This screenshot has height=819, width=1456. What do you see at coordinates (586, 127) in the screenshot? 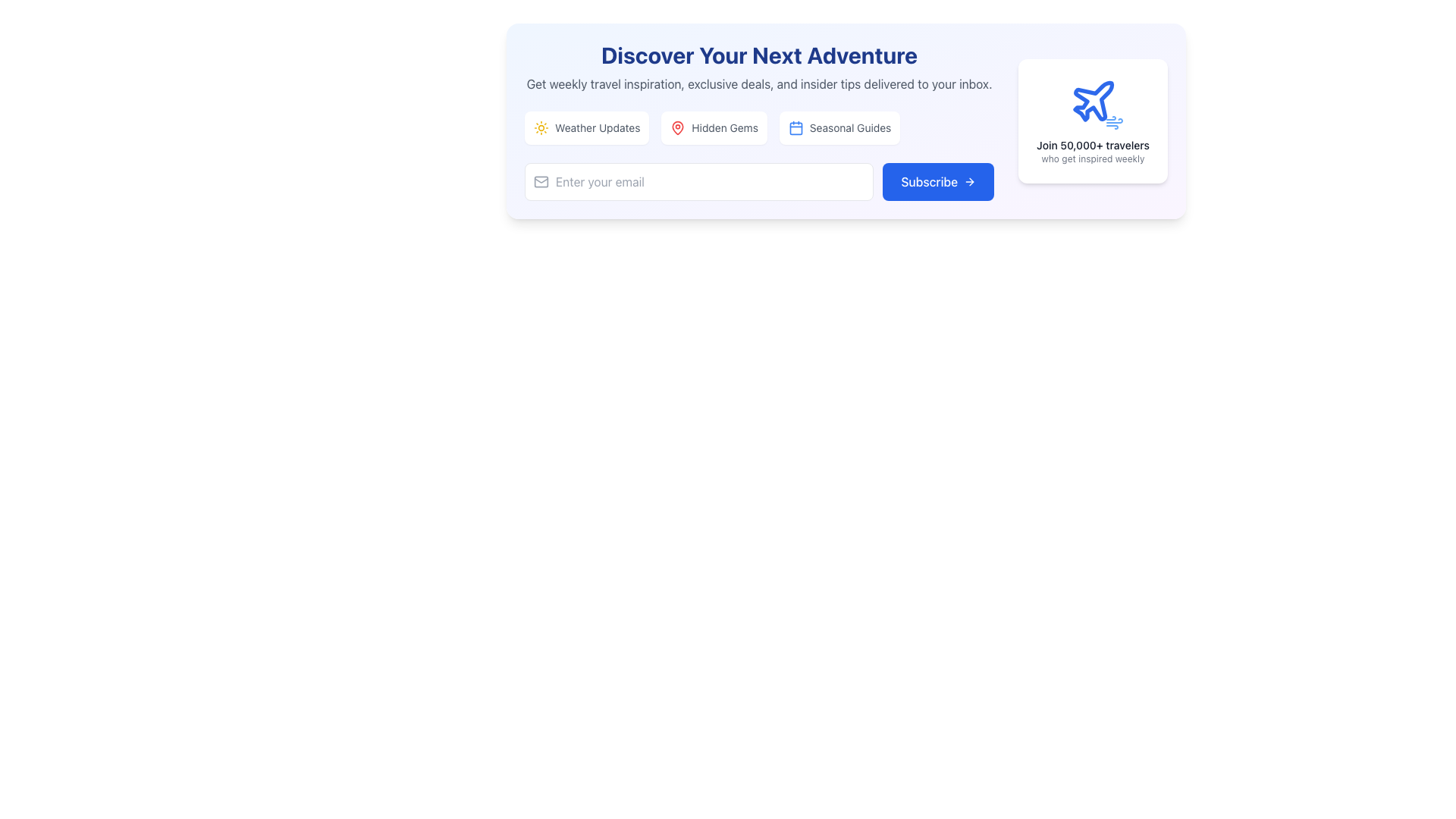
I see `the 'Weather Updates' button, which features a small yellow sun icon and is the first button in a group of three horizontally arranged buttons` at bounding box center [586, 127].